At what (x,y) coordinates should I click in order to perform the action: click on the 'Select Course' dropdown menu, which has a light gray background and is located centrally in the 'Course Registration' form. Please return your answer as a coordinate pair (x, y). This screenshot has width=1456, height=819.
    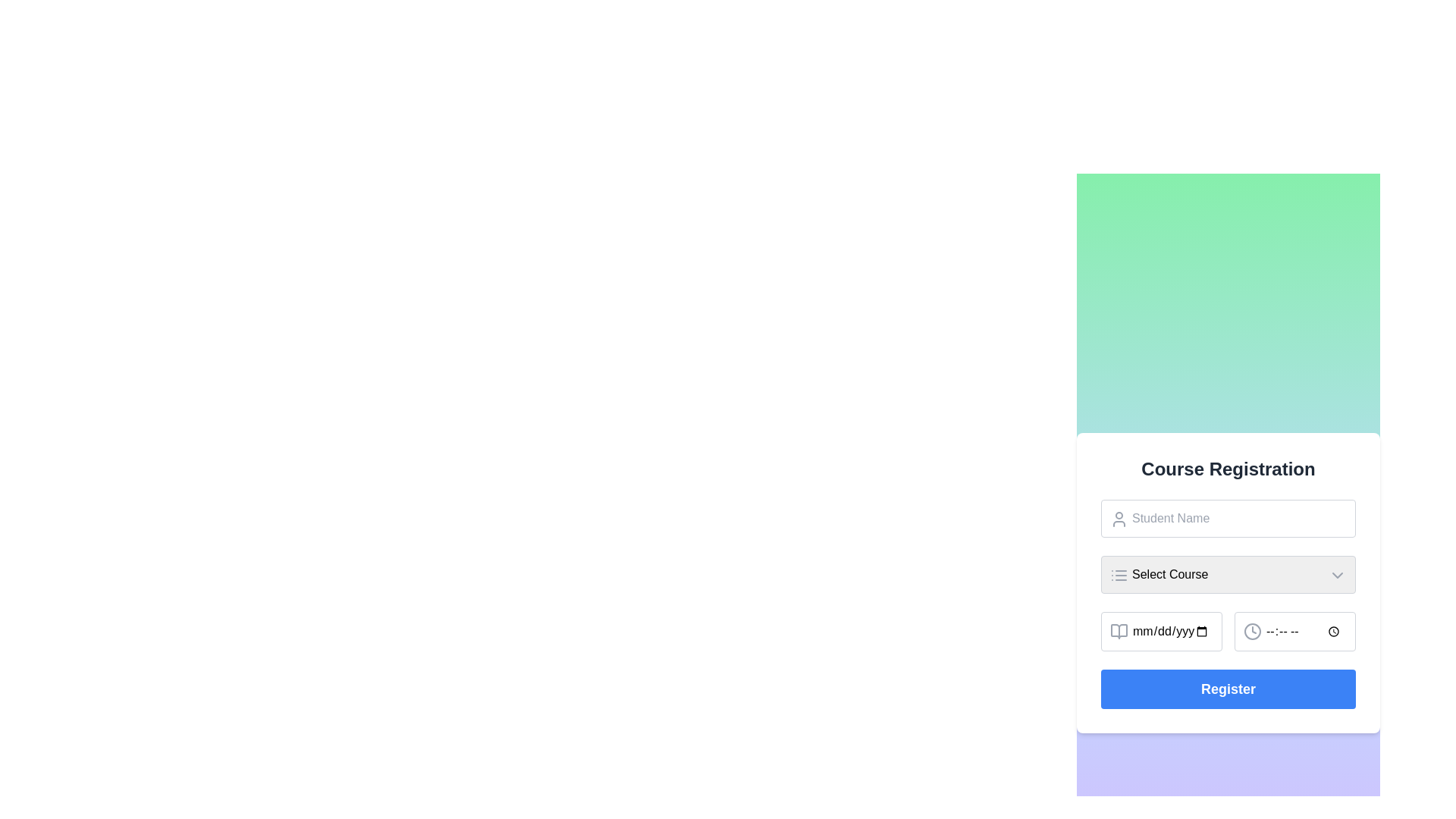
    Looking at the image, I should click on (1228, 575).